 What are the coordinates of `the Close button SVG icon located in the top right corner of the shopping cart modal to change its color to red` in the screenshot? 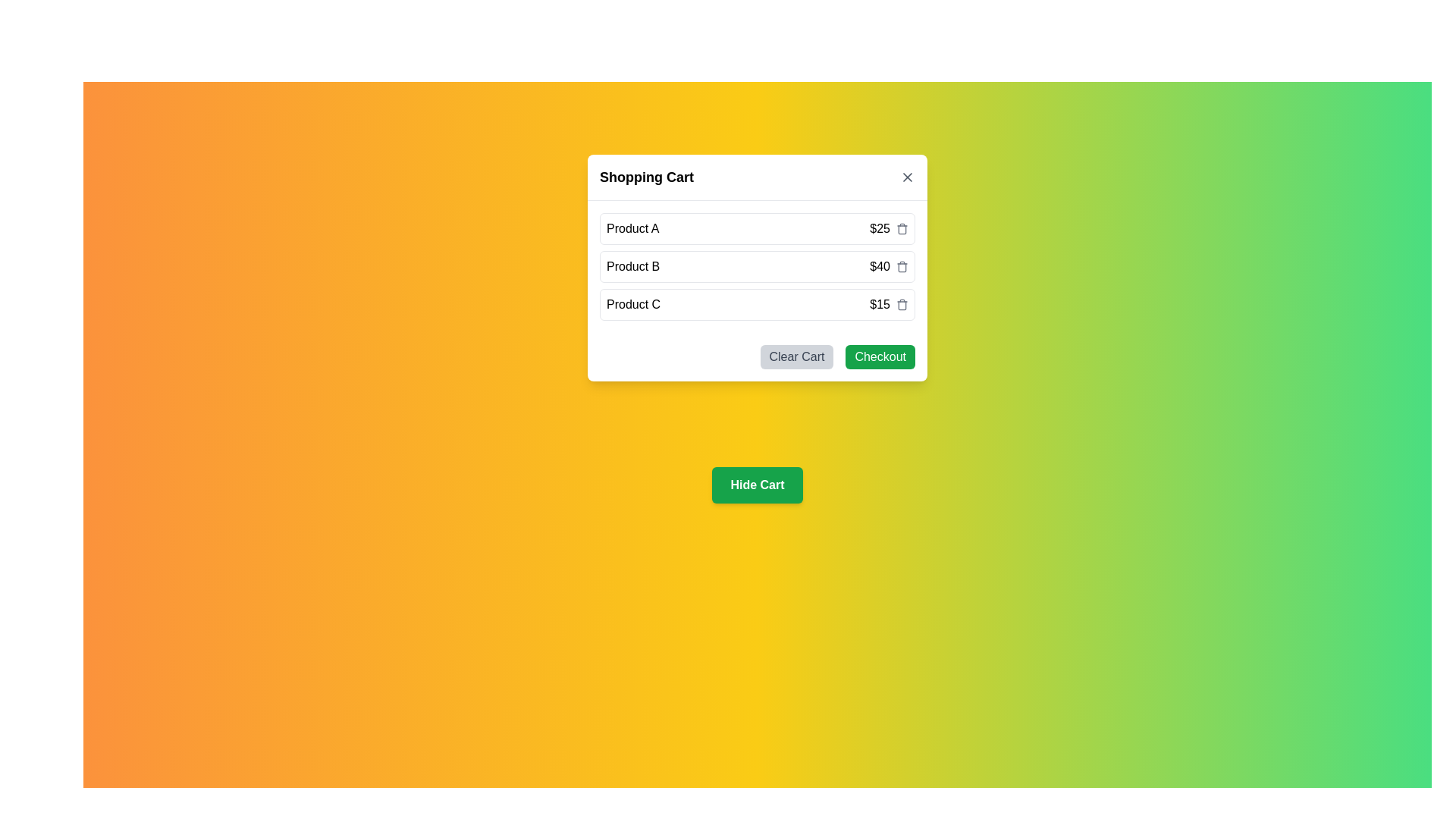 It's located at (907, 177).